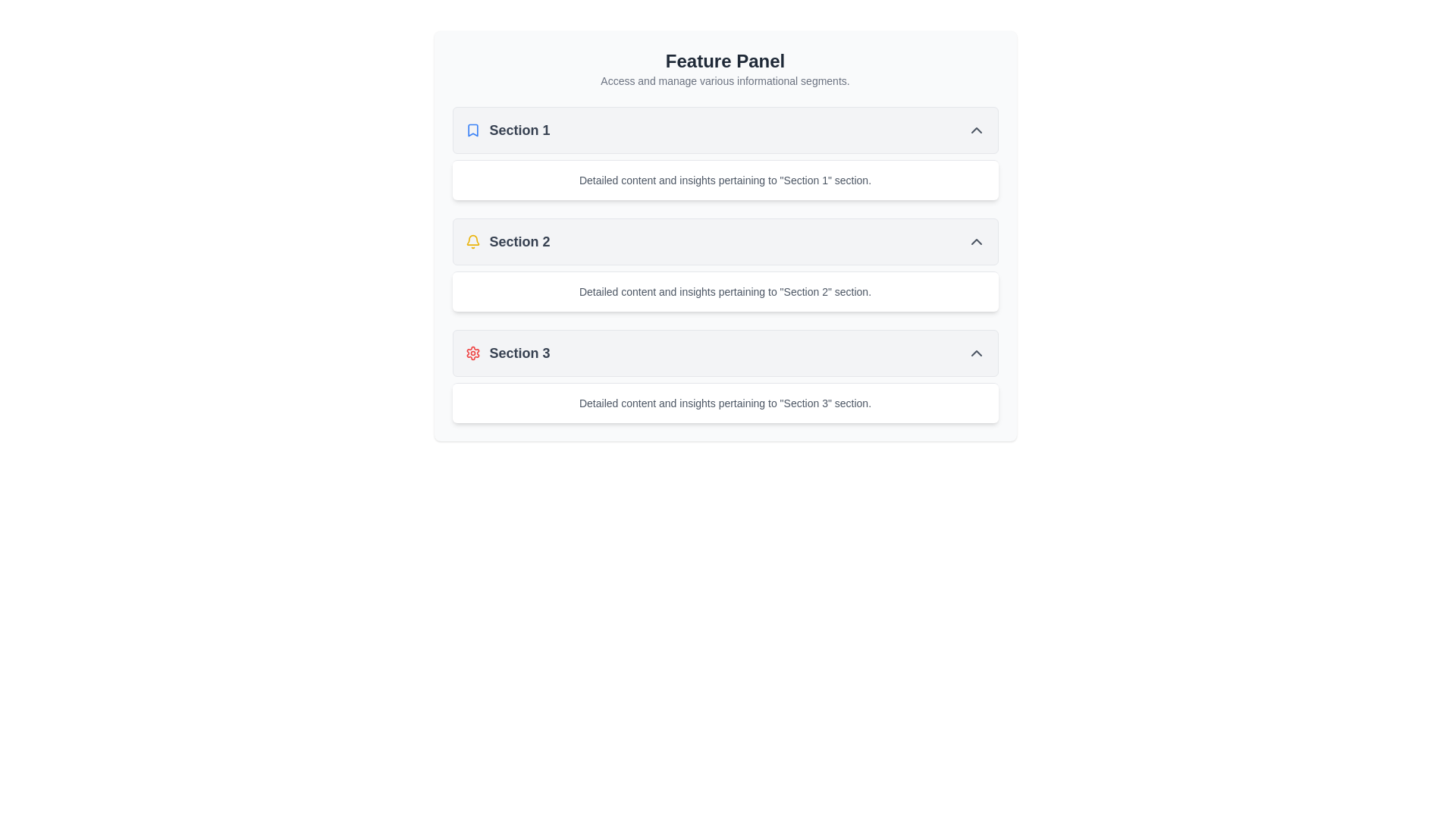 This screenshot has width=1456, height=819. Describe the element at coordinates (519, 241) in the screenshot. I see `the text label displaying 'Section 2', which is styled in bold, large gray font and is located in the second section of the 'Feature Panel' interface, below 'Section 1' and above 'Section 3'` at that location.